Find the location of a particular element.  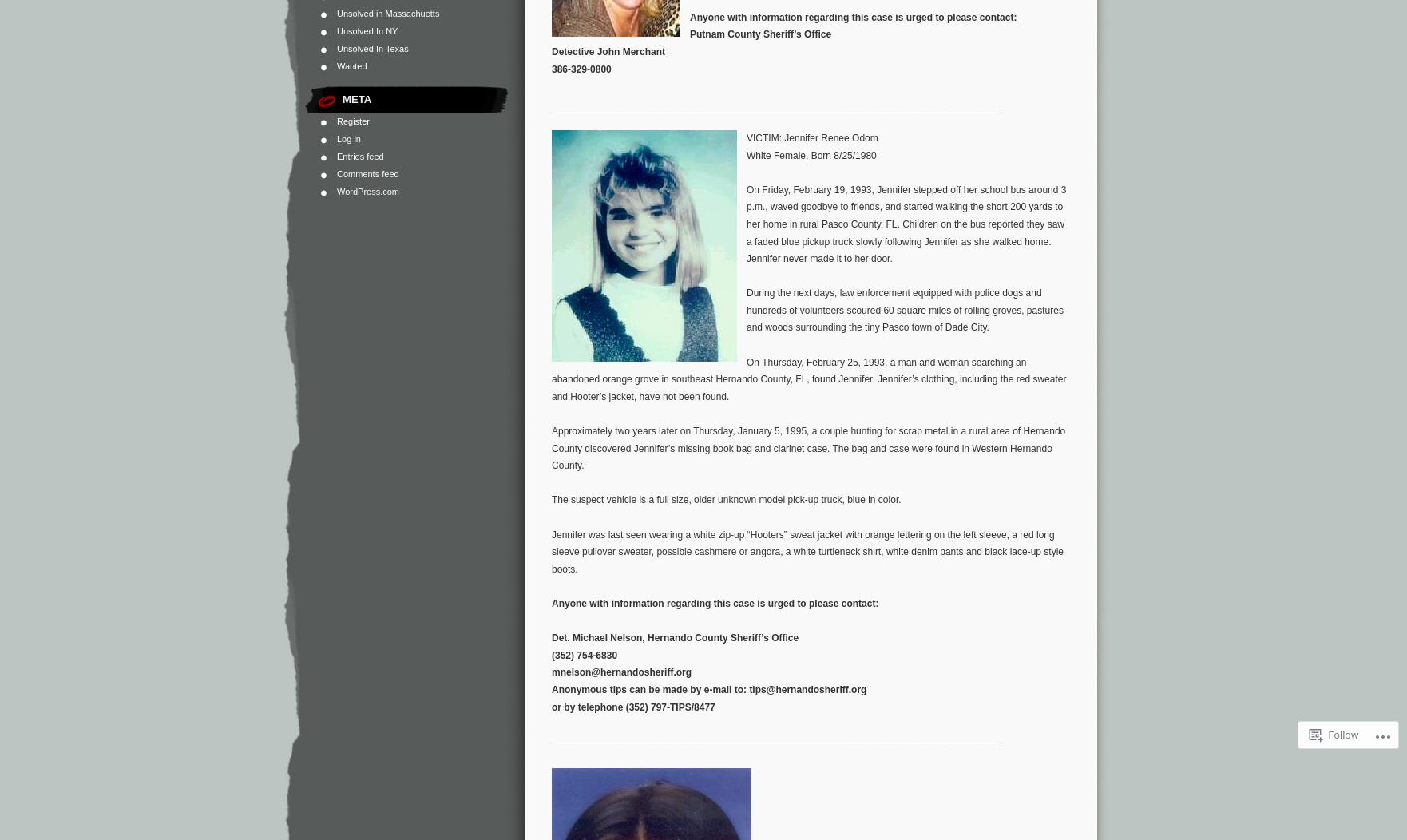

'WordPress.com' is located at coordinates (367, 190).